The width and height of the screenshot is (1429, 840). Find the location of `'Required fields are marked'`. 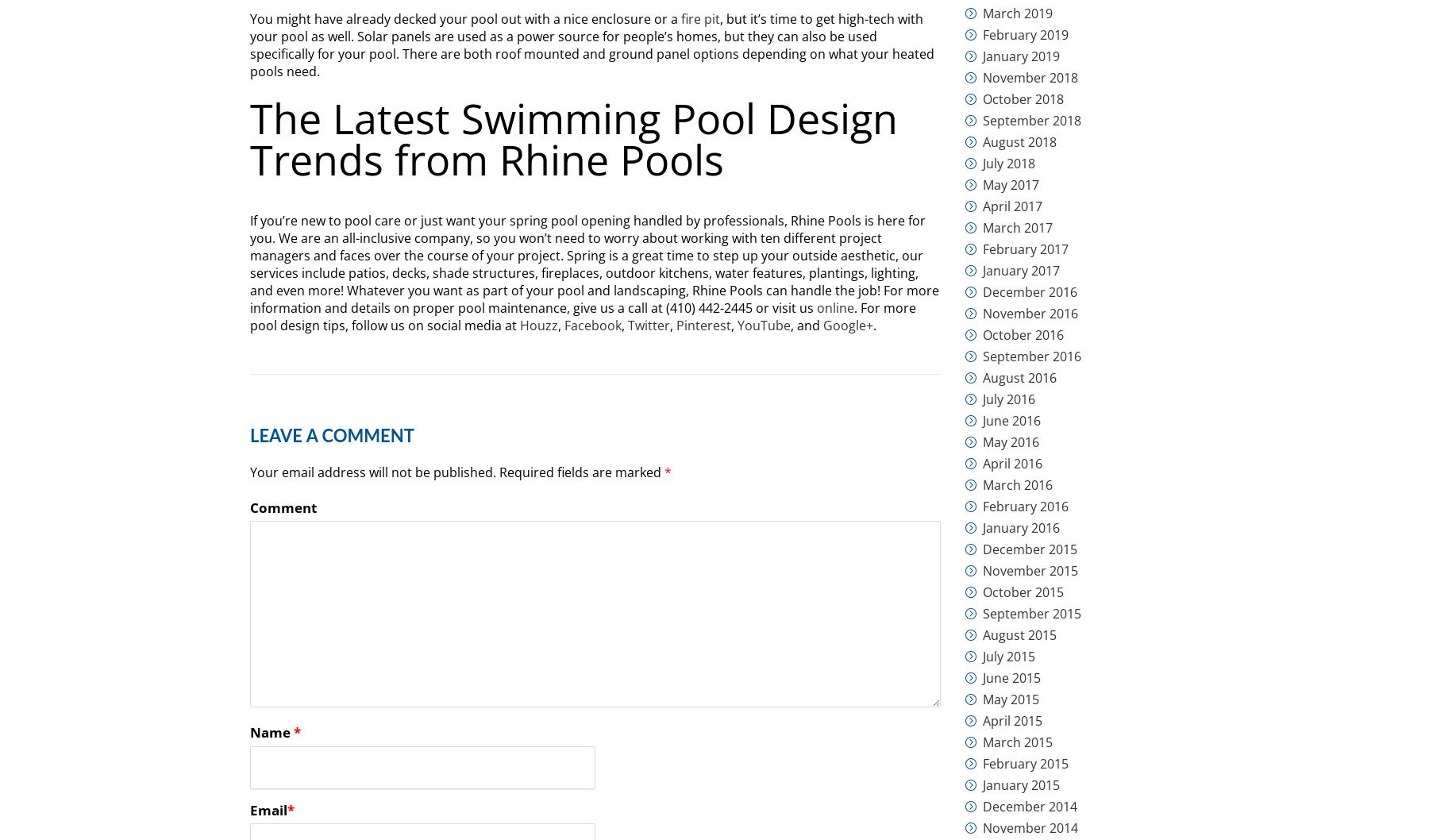

'Required fields are marked' is located at coordinates (580, 472).